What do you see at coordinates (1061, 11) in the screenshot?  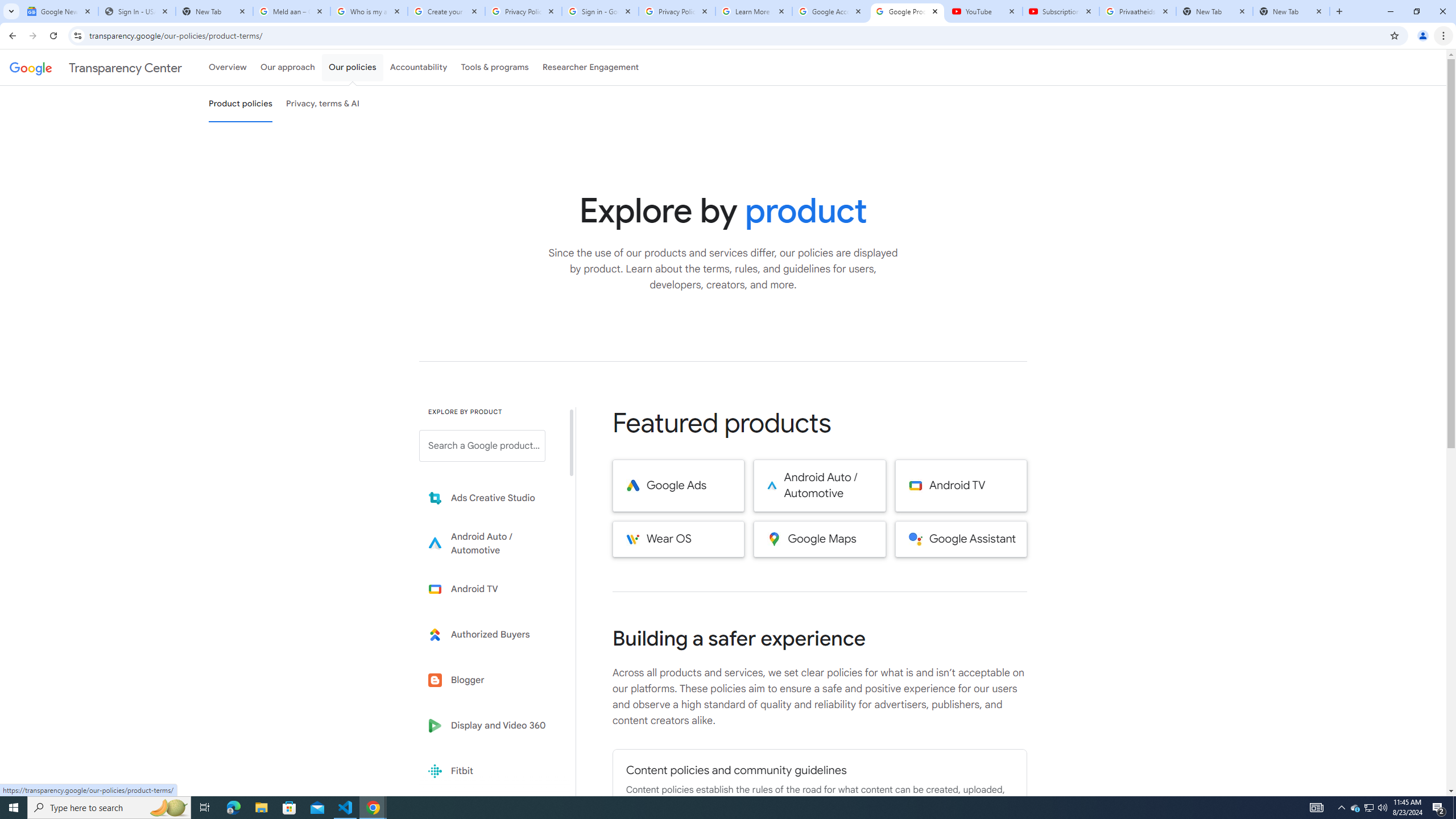 I see `'Subscriptions - YouTube'` at bounding box center [1061, 11].